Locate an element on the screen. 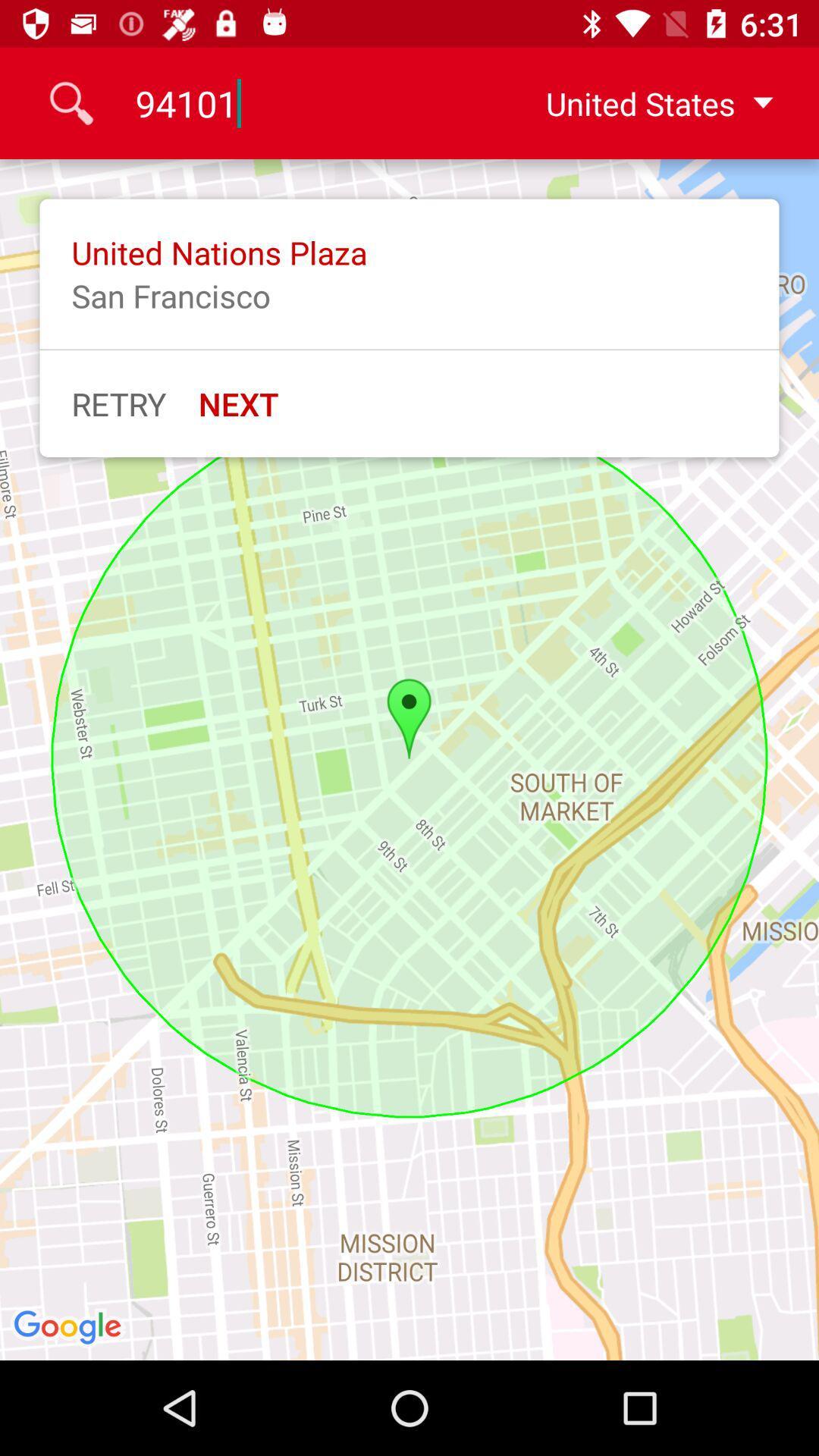 This screenshot has height=1456, width=819. the item at the center is located at coordinates (409, 760).